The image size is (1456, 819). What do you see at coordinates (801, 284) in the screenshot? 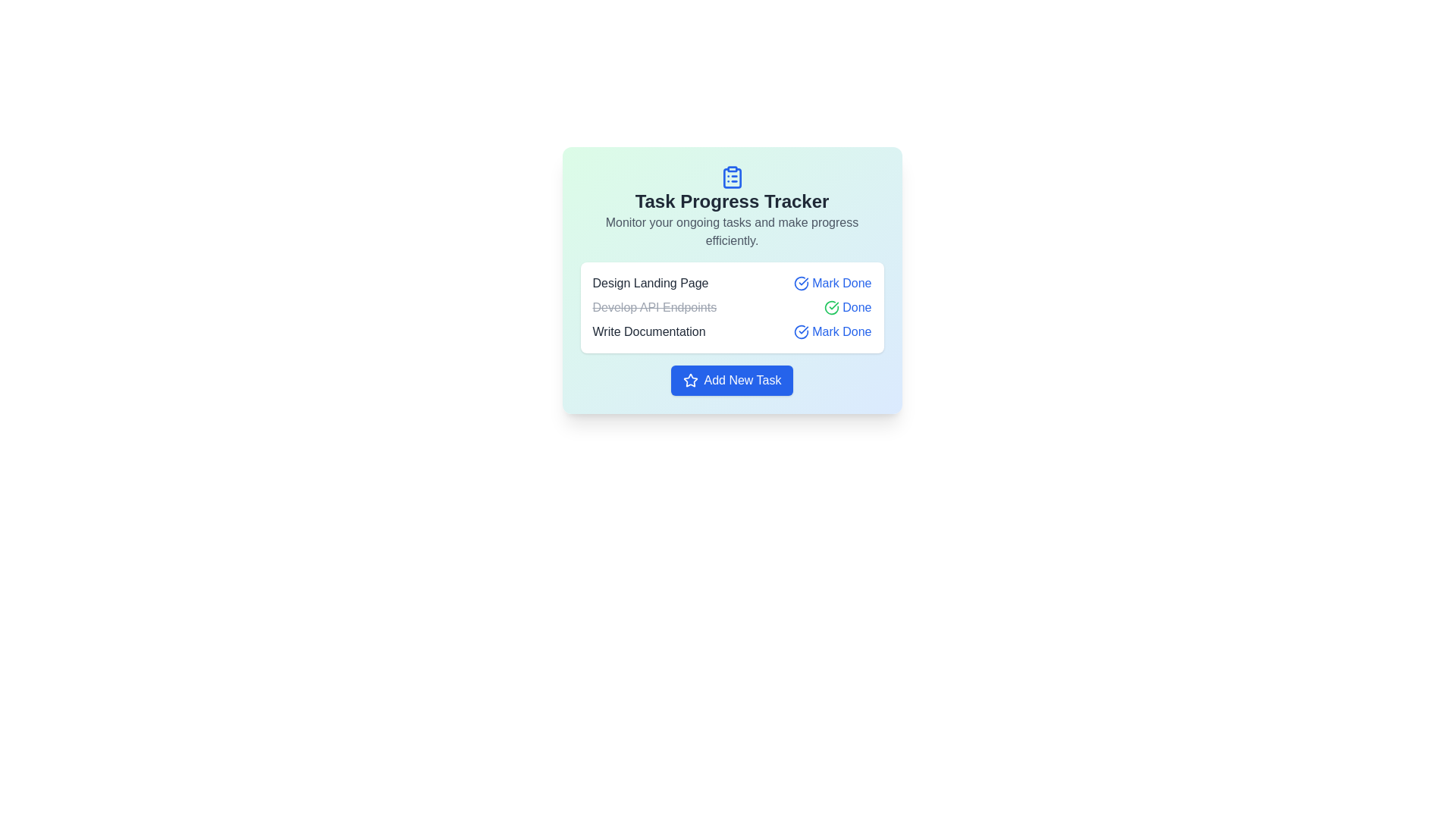
I see `the blue circular icon with a check mark inside, which indicates a completed task, located inside the 'Mark Done' button in the task list` at bounding box center [801, 284].